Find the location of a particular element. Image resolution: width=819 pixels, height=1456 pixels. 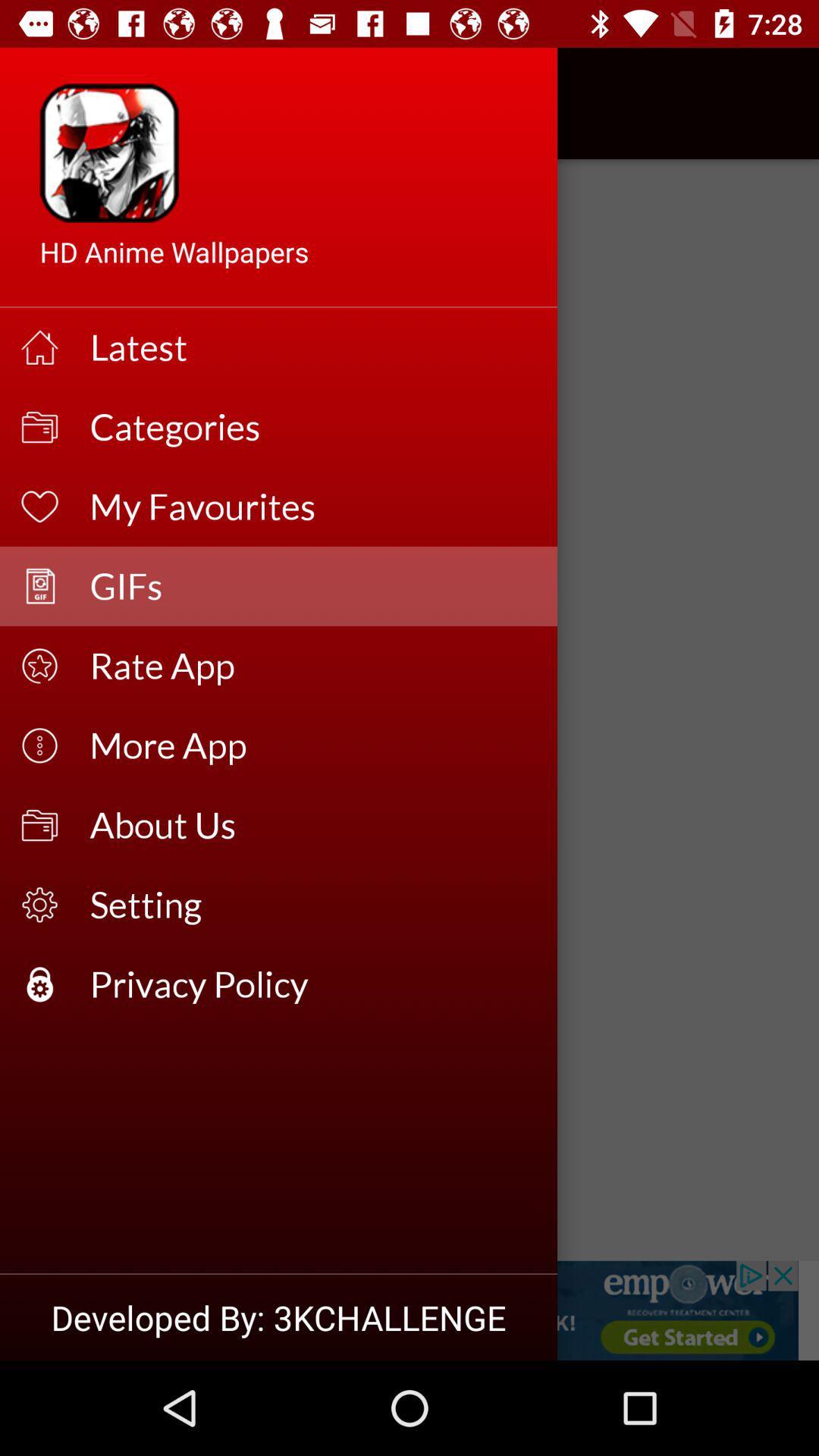

the setting icon is located at coordinates (312, 905).